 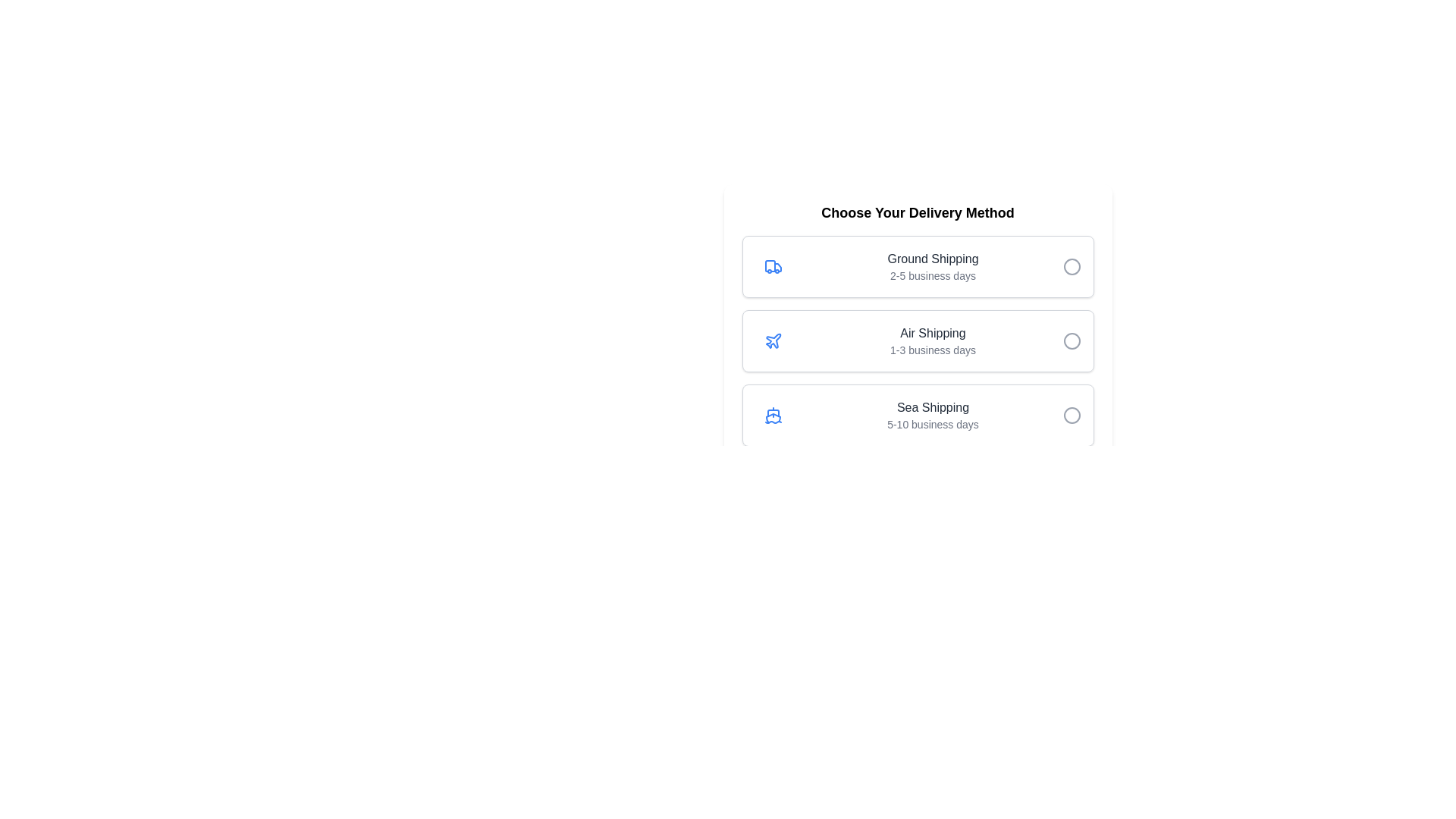 I want to click on the rear section of the truck icon in the delivery options list, located to the left of the 'Ground Shipping' label, so click(x=770, y=265).